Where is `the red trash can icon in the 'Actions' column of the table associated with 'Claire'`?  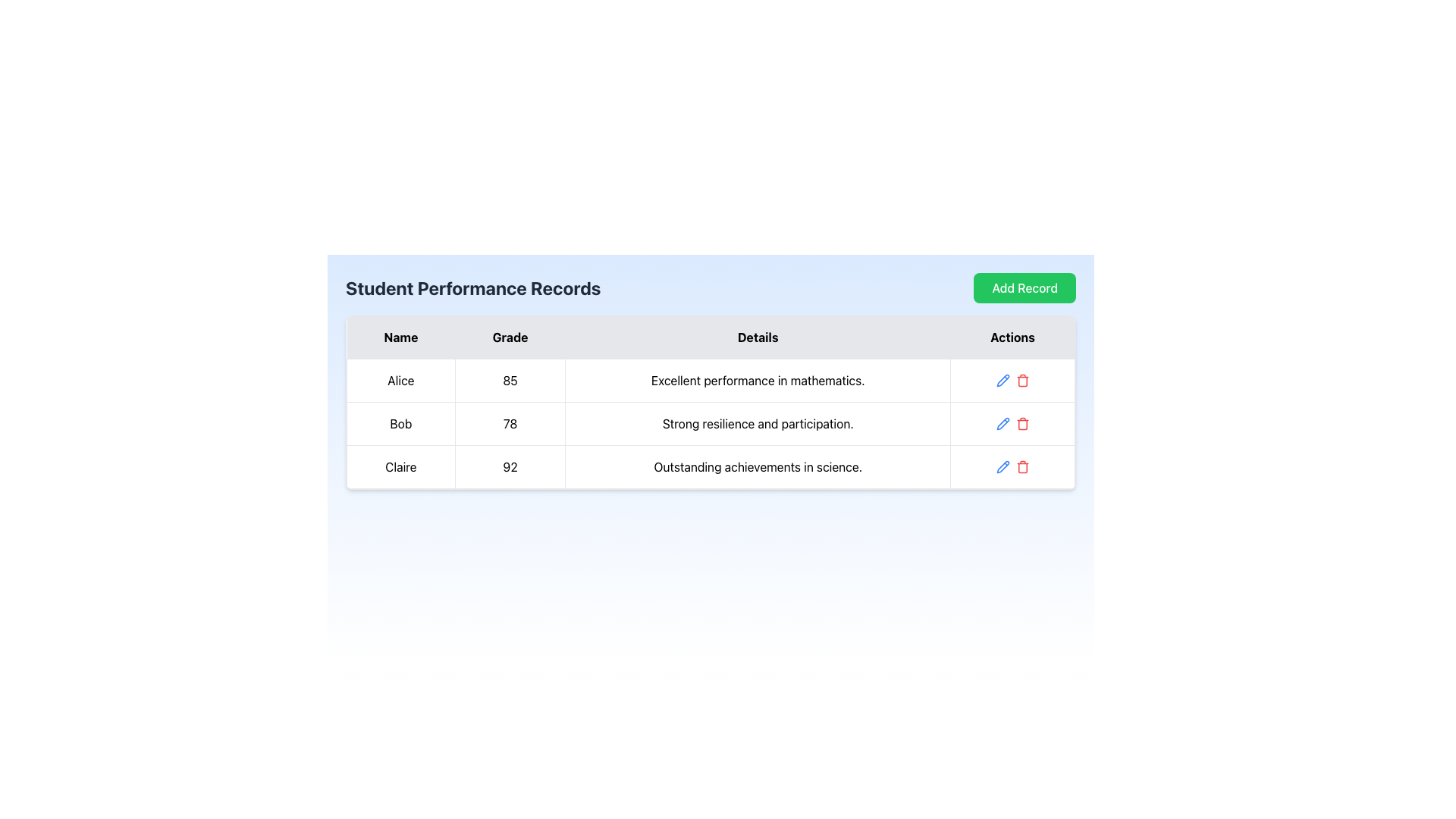 the red trash can icon in the 'Actions' column of the table associated with 'Claire' is located at coordinates (1022, 466).